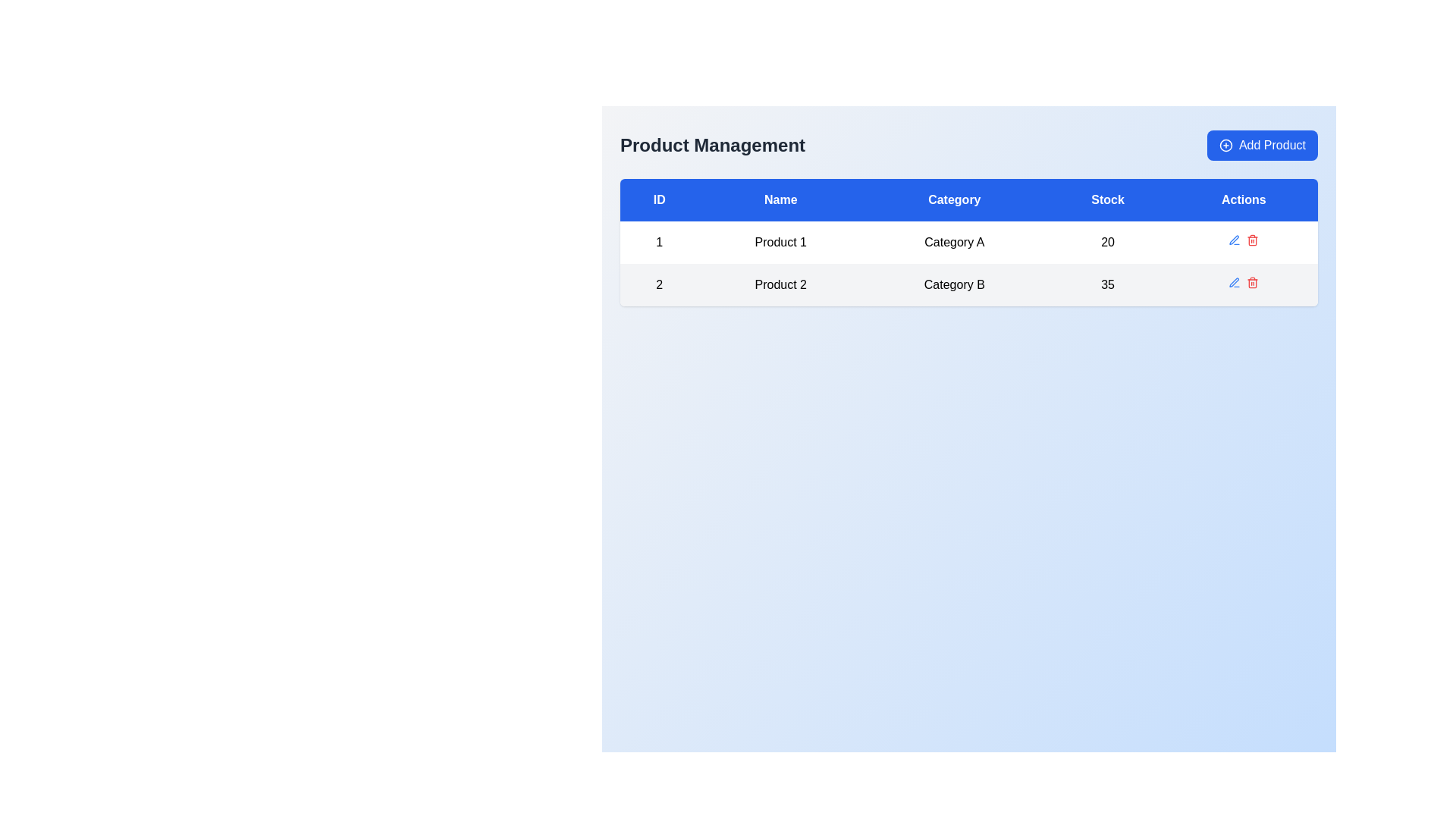 The image size is (1456, 819). I want to click on the 'Add Product' button located at the top-right corner of the interface, so click(1263, 146).